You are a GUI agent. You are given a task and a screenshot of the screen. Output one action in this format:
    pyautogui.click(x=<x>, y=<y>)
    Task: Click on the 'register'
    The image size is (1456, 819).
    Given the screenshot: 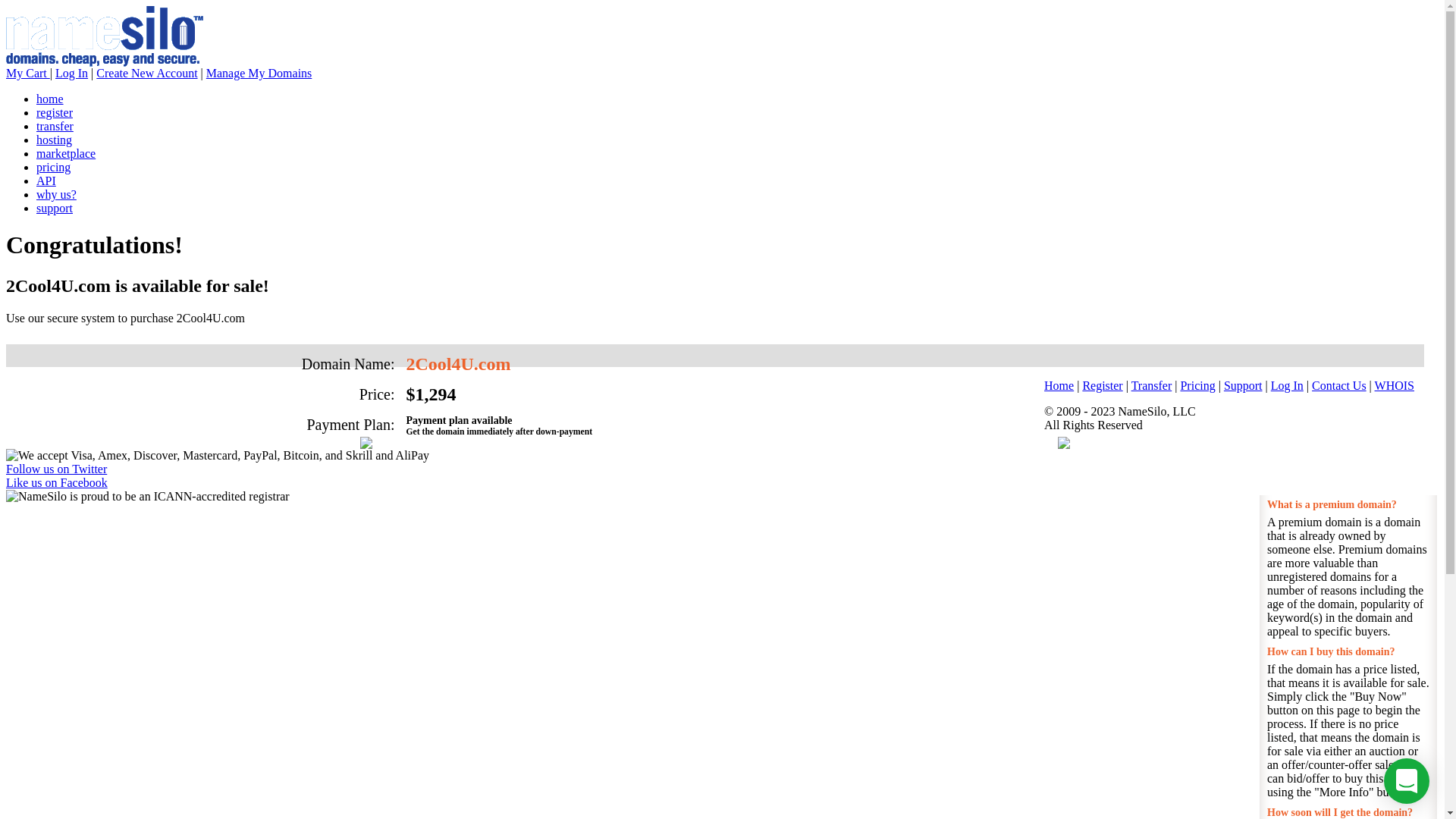 What is the action you would take?
    pyautogui.click(x=36, y=111)
    